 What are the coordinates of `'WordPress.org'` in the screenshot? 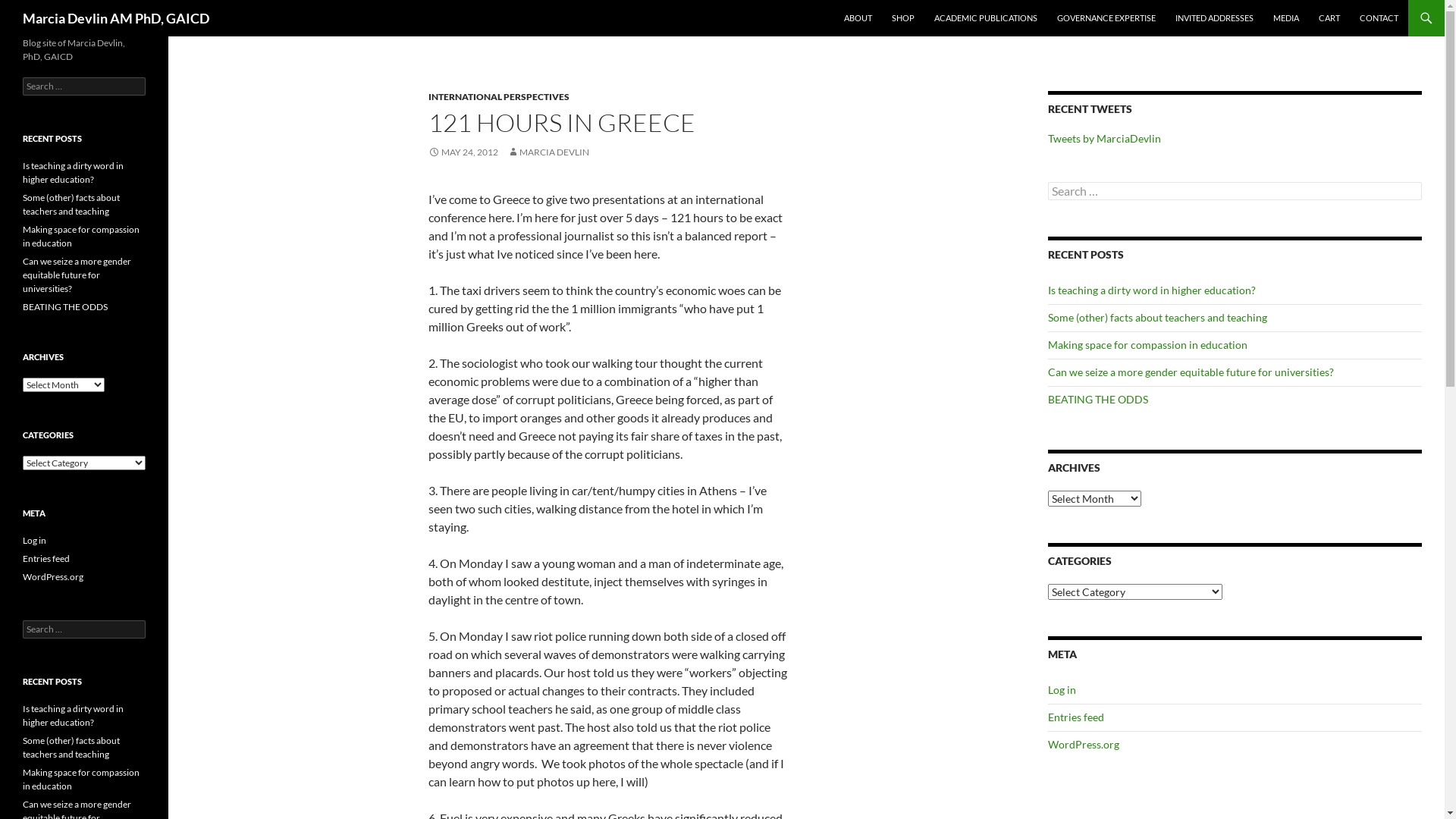 It's located at (53, 576).